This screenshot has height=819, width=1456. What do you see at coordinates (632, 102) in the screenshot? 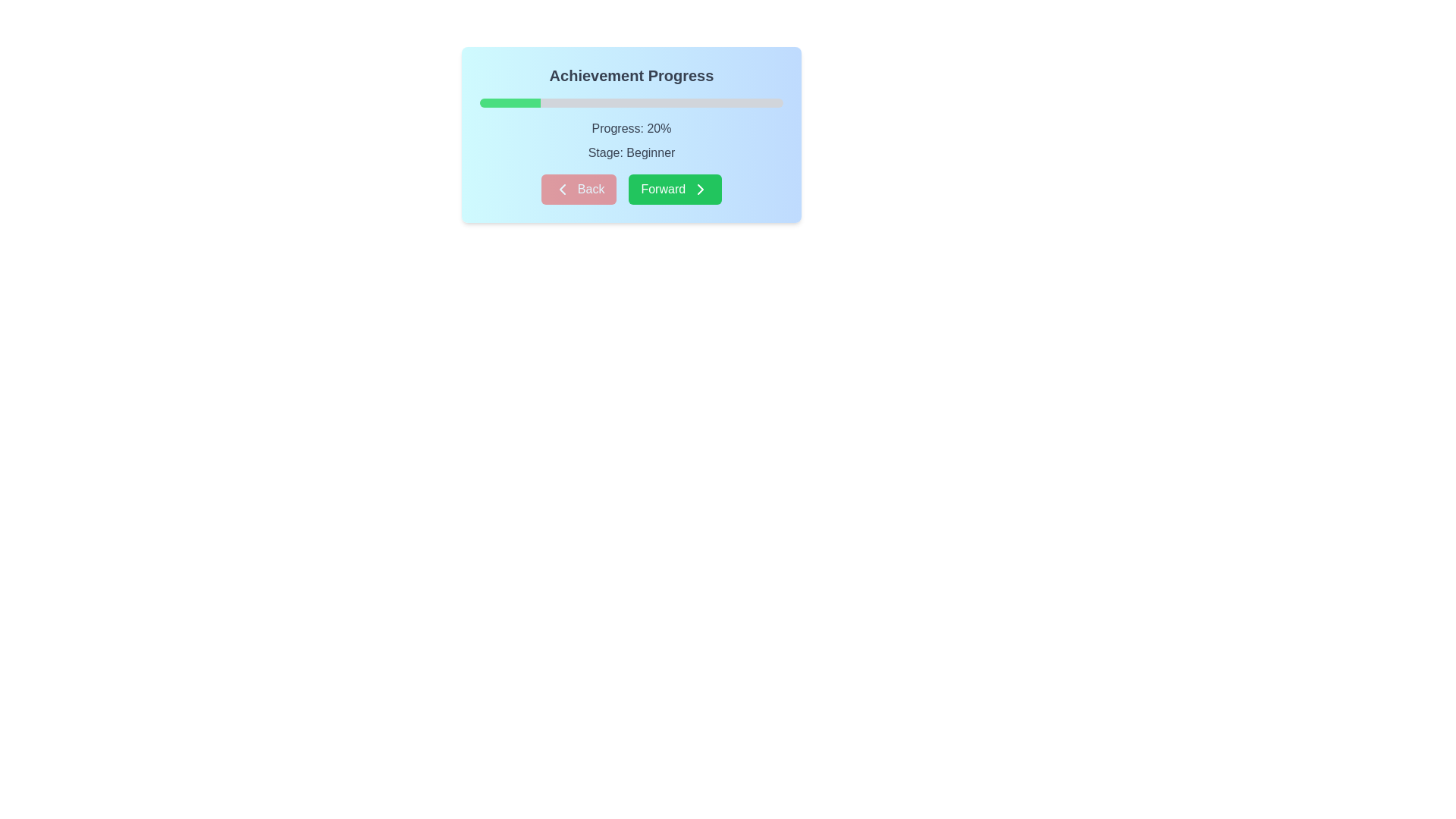
I see `the Progress bar indicating 20% completion, located below 'Achievement Progress' and above 'Progress: 20%'` at bounding box center [632, 102].